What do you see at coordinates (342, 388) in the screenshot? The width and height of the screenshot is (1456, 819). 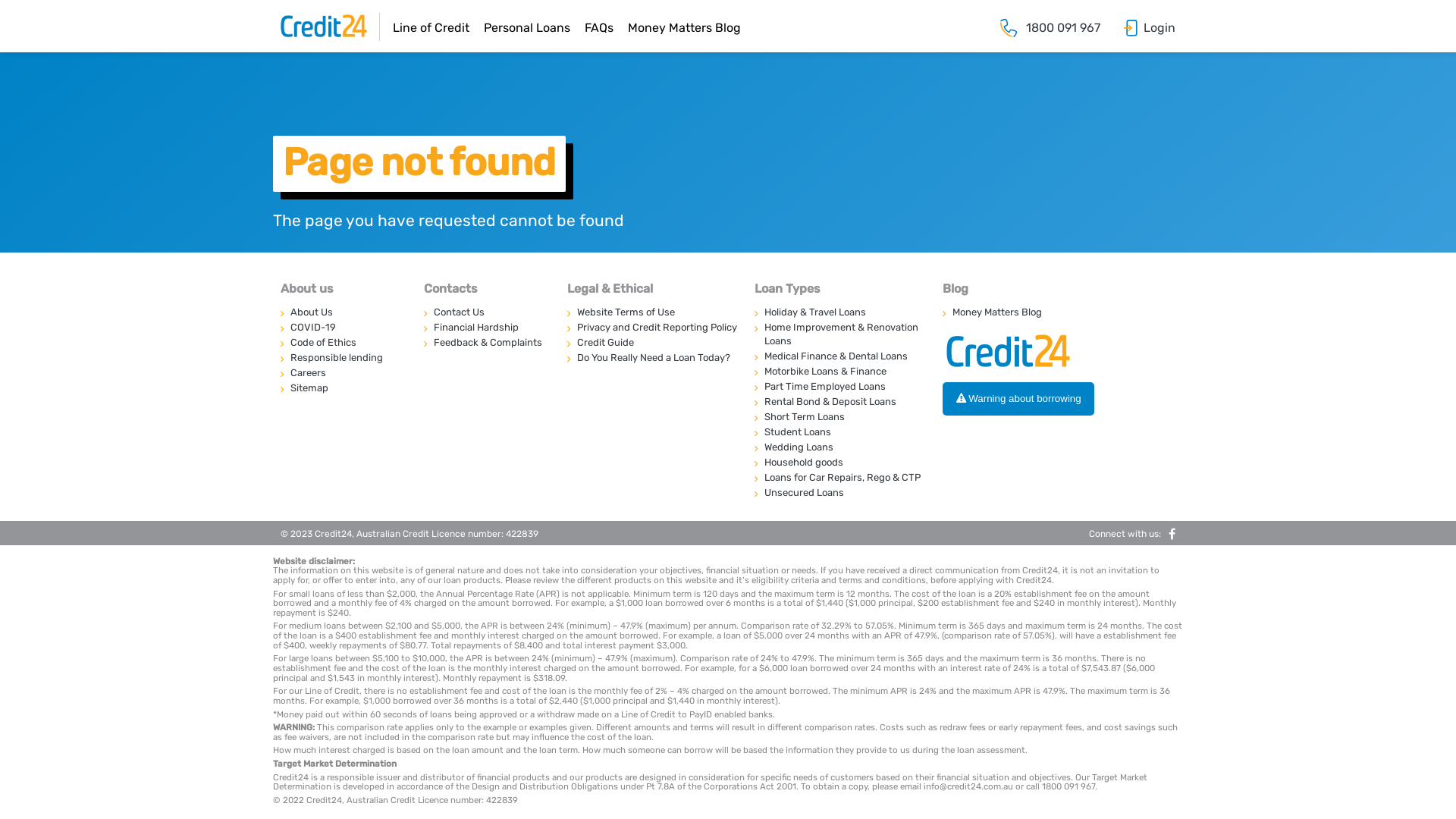 I see `'Sitemap'` at bounding box center [342, 388].